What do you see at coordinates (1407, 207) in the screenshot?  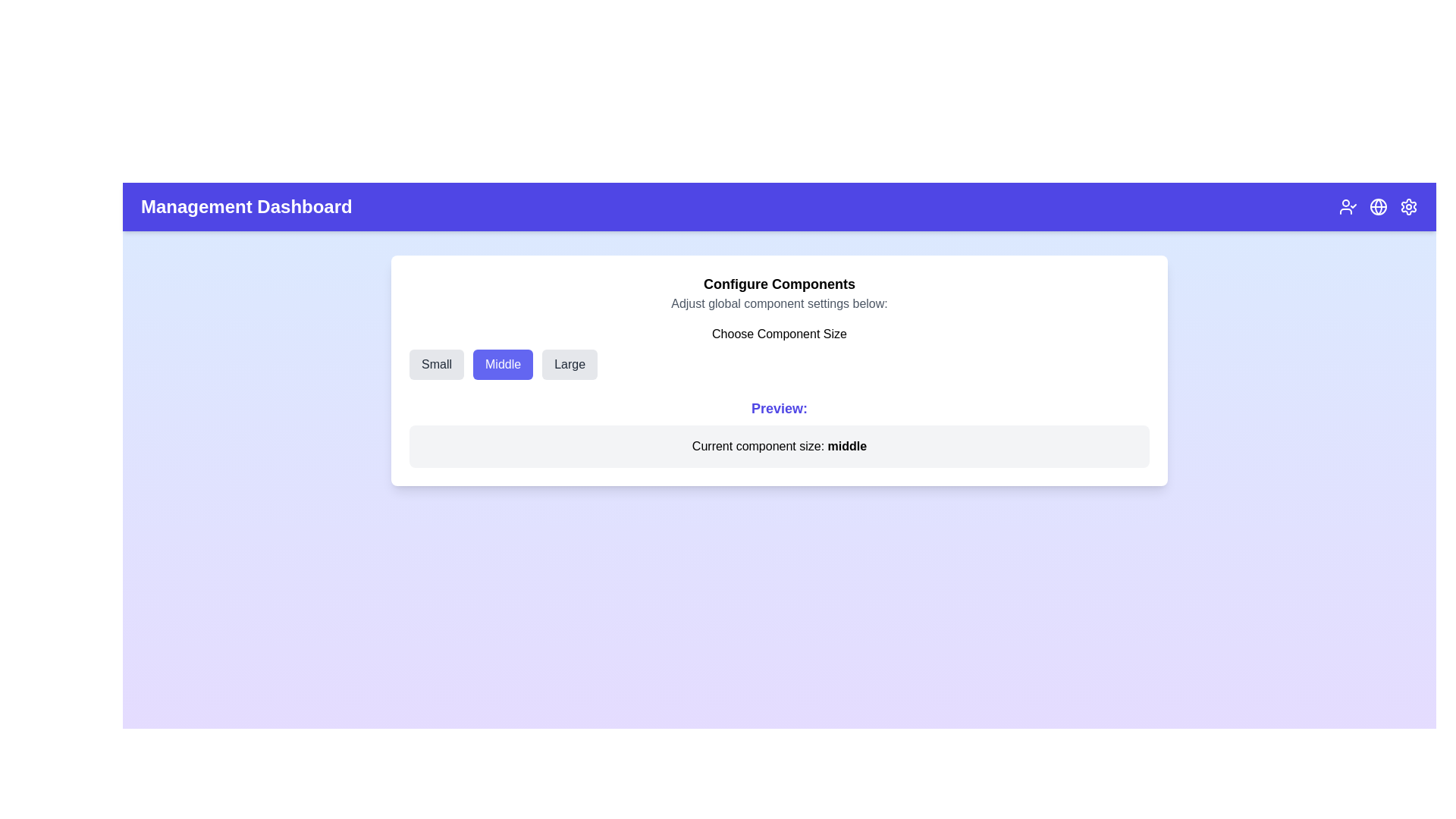 I see `the settings cogwheel icon button located in the top-right corner of the application interface` at bounding box center [1407, 207].